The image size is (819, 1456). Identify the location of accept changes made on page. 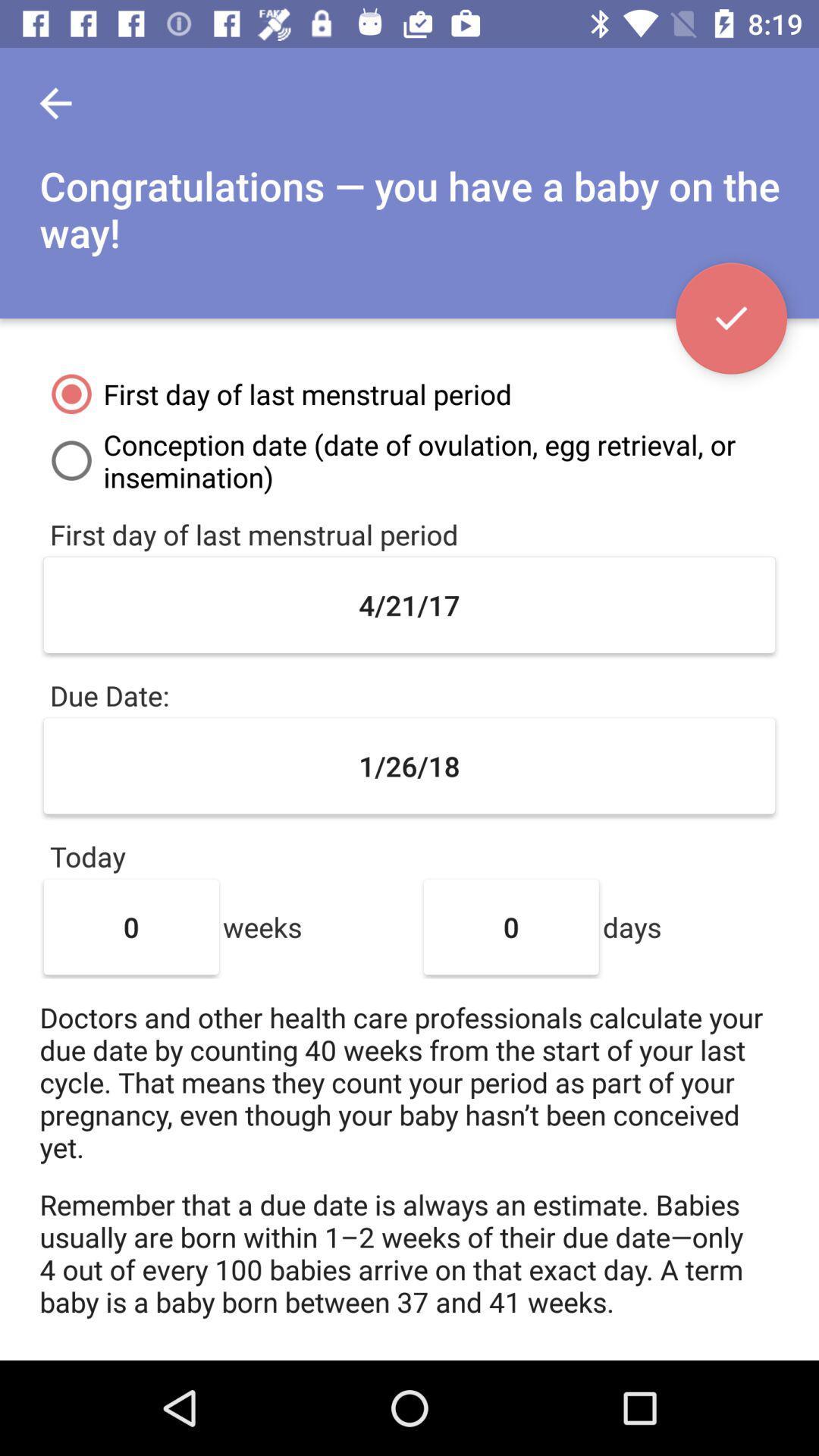
(730, 318).